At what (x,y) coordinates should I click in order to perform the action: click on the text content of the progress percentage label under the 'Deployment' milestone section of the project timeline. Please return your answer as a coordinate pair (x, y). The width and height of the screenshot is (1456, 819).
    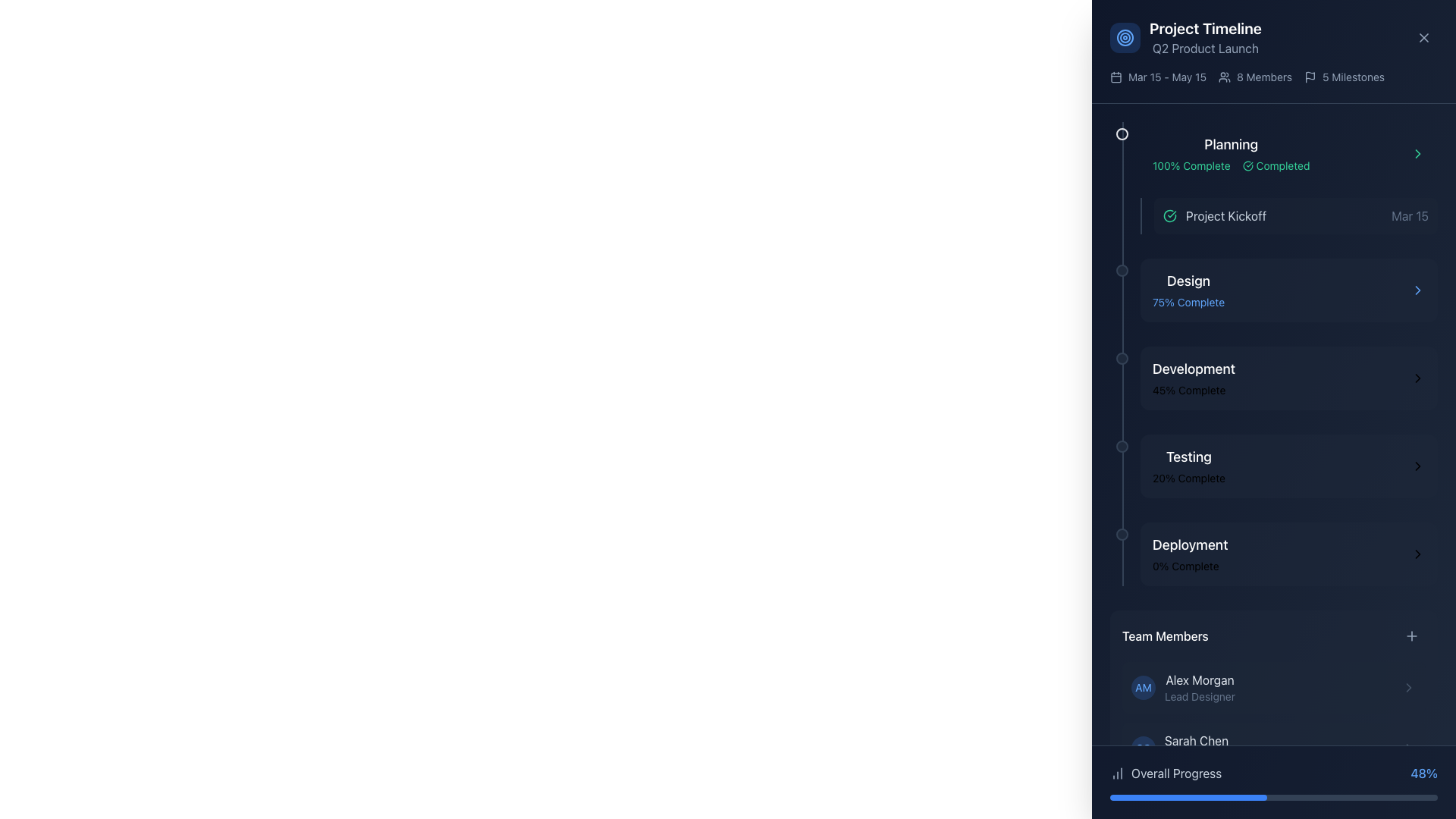
    Looking at the image, I should click on (1185, 566).